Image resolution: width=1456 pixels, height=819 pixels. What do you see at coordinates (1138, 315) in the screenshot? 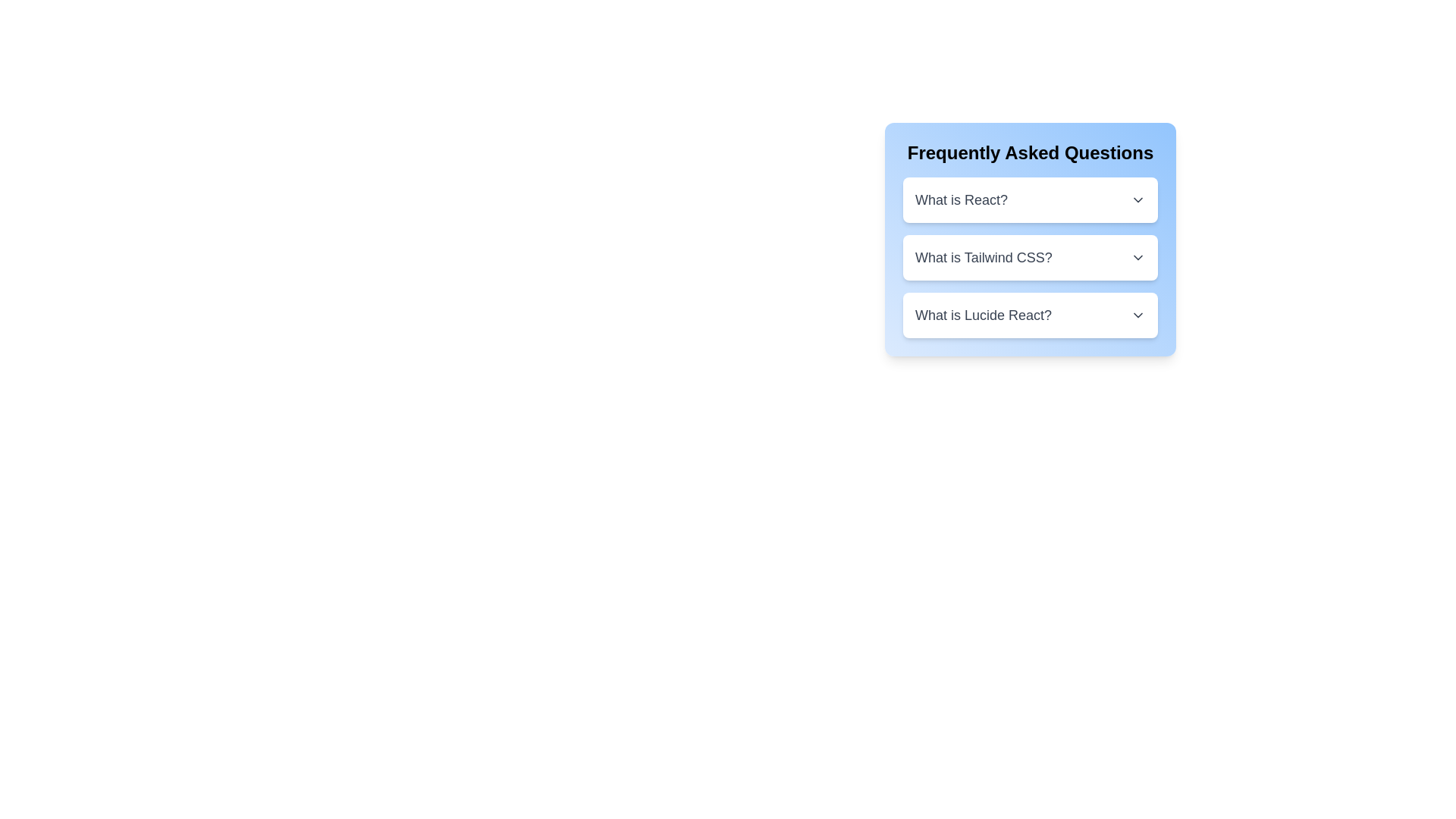
I see `the toggle icon located at the right edge of the row titled 'What is Lucide React?'` at bounding box center [1138, 315].